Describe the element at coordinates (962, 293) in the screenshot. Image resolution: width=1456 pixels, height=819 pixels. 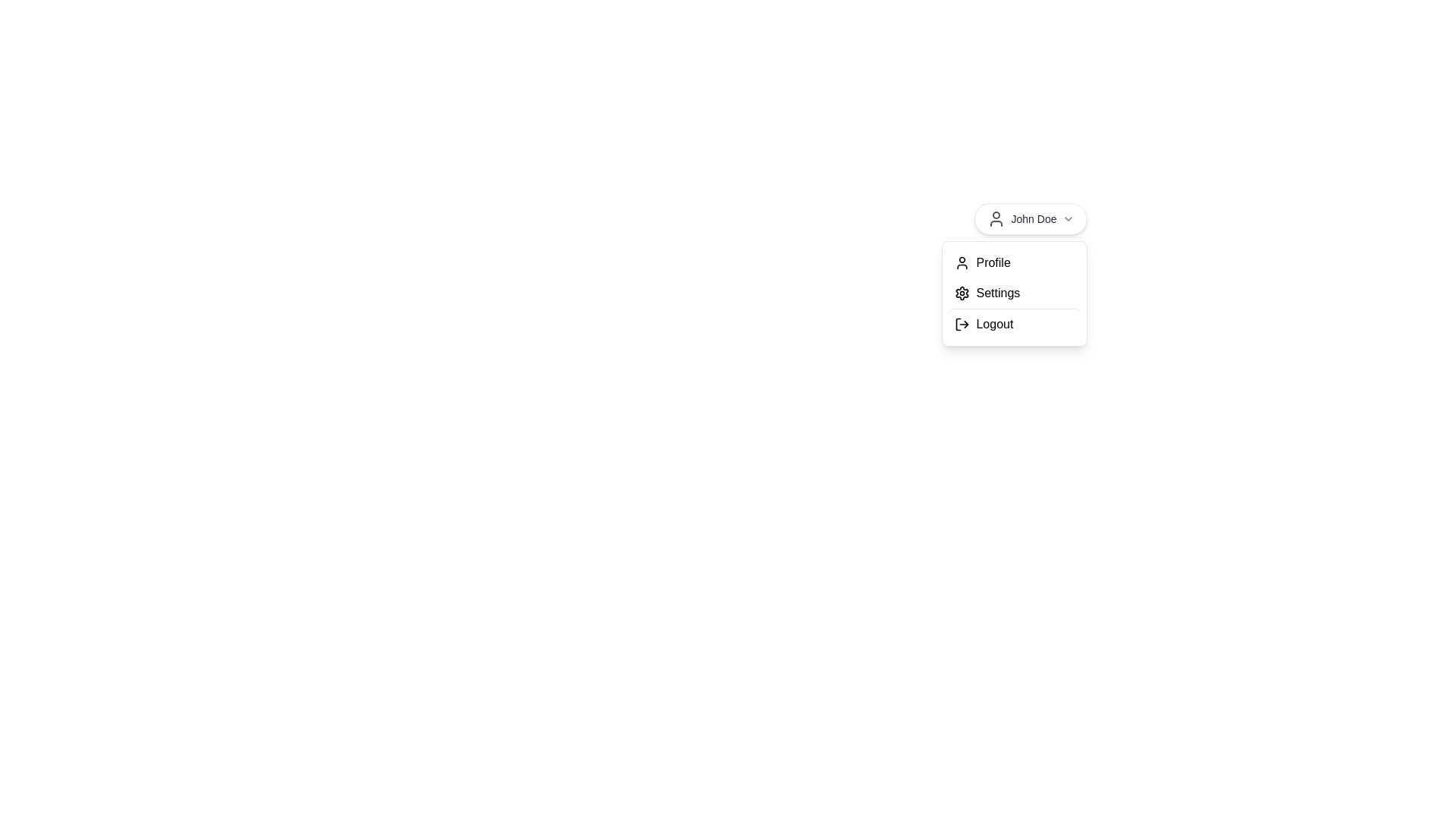
I see `the gear-shaped icon located within the dropdown menu, positioned second from the top` at that location.